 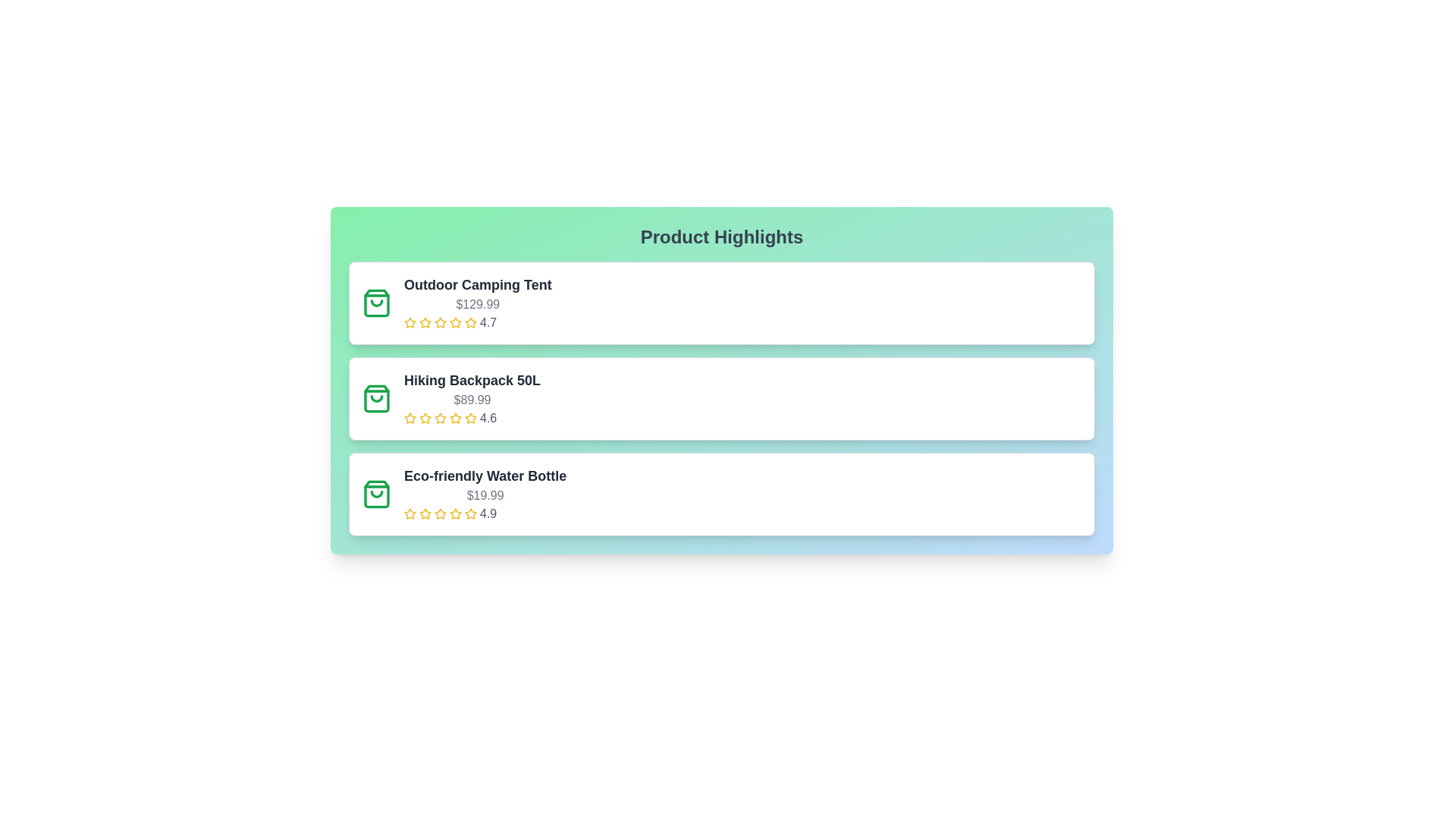 What do you see at coordinates (410, 322) in the screenshot?
I see `the rating of the product to 1 stars by clicking on the corresponding star` at bounding box center [410, 322].